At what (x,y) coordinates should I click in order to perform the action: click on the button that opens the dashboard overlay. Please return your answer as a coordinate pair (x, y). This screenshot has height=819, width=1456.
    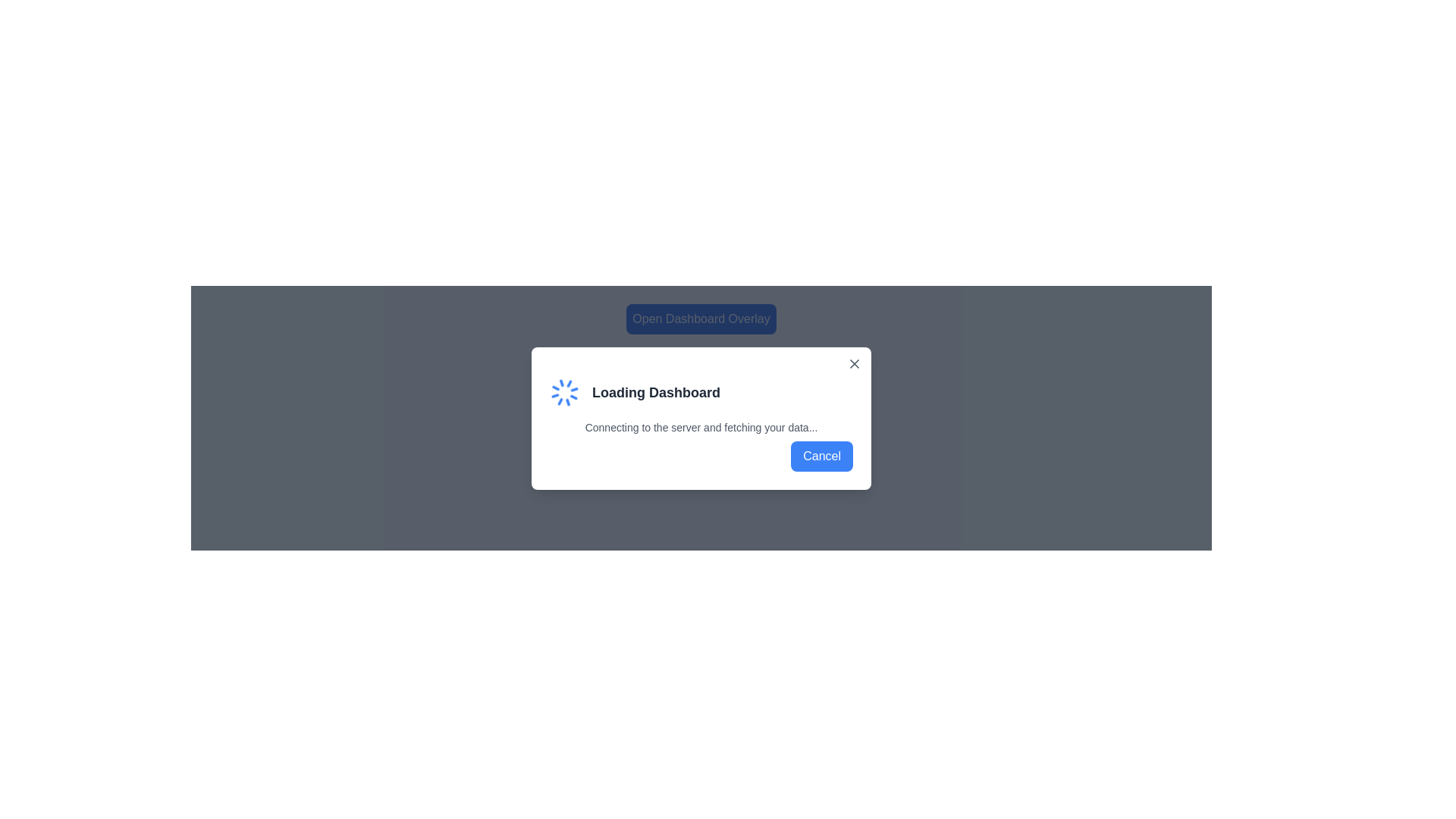
    Looking at the image, I should click on (701, 318).